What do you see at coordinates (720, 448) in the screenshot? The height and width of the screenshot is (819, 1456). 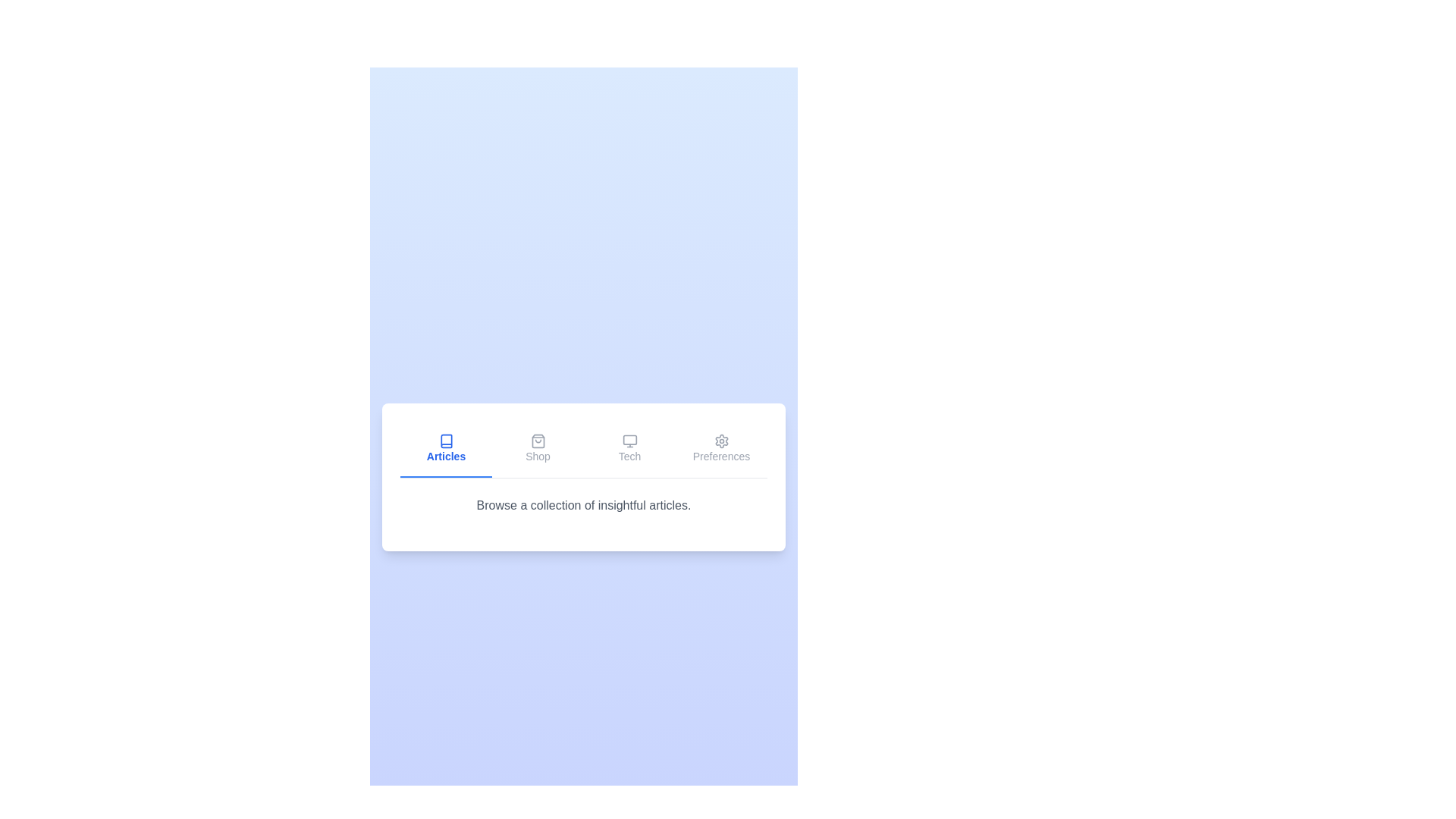 I see `the tab labeled Preferences to select it` at bounding box center [720, 448].